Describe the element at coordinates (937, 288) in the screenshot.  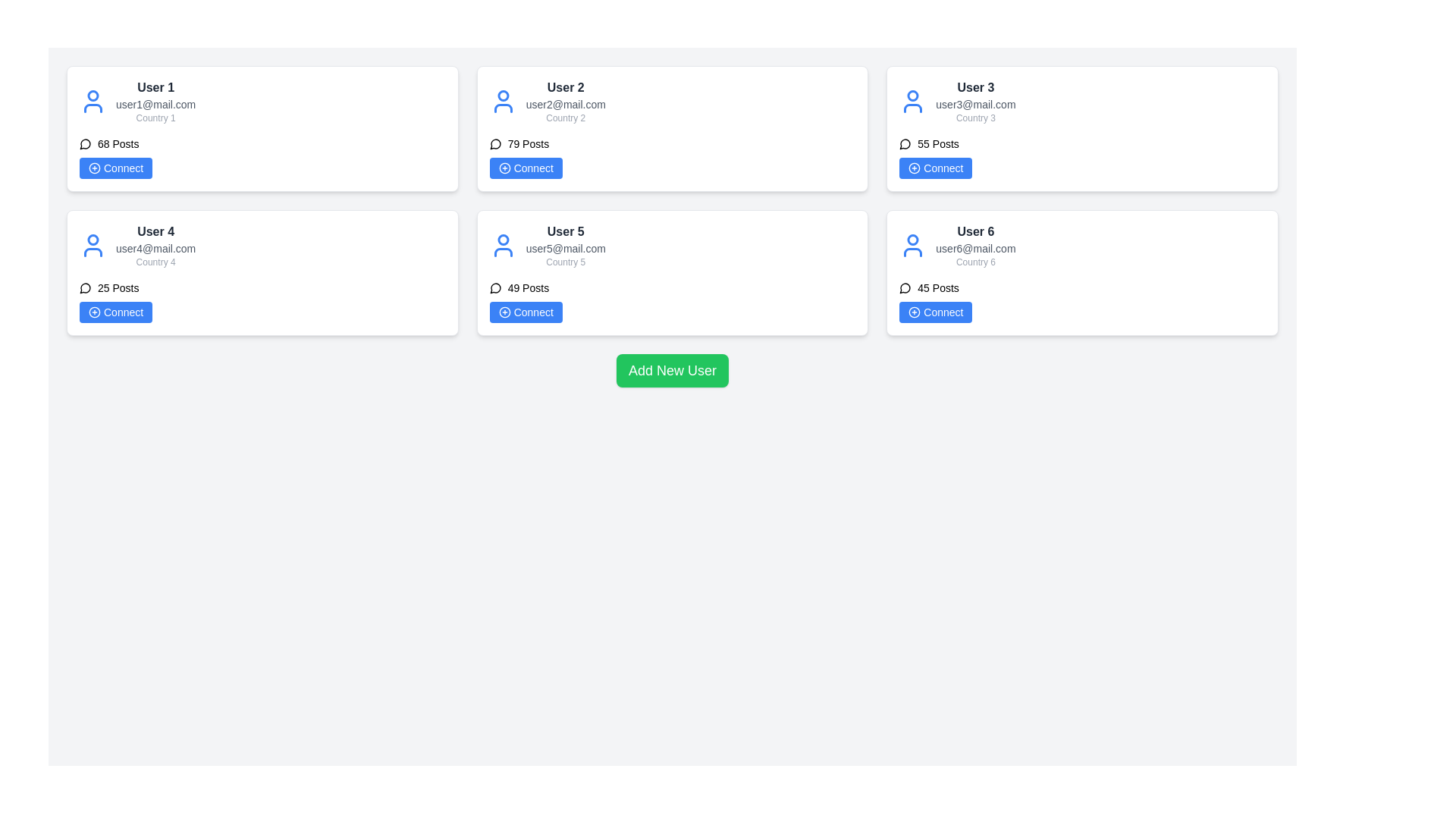
I see `the static text label displaying '45 Posts' located near the lower-middle section of the user information card for 'User 6' in the second row, third column of the grid layout` at that location.